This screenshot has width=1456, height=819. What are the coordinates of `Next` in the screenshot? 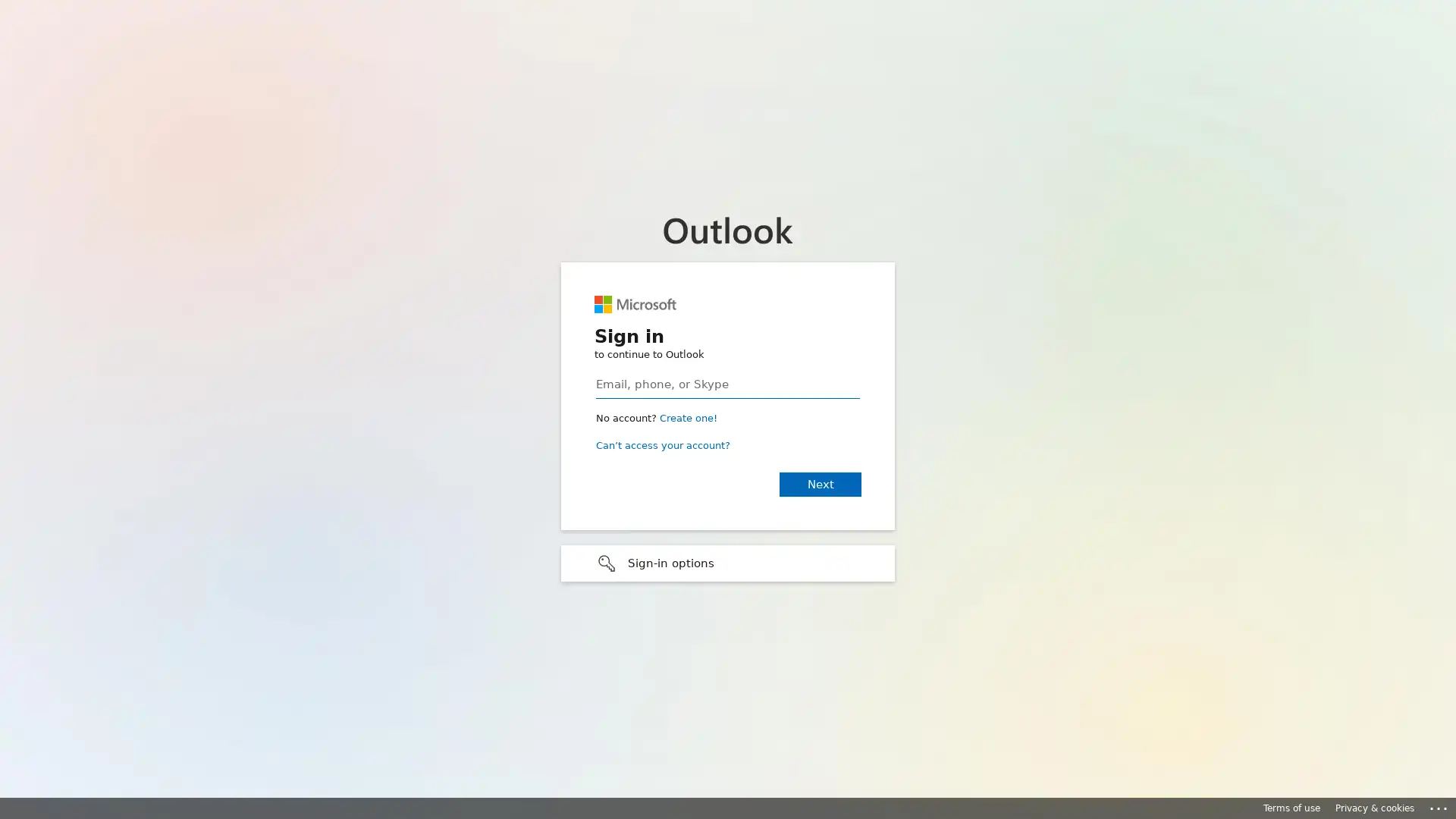 It's located at (819, 483).